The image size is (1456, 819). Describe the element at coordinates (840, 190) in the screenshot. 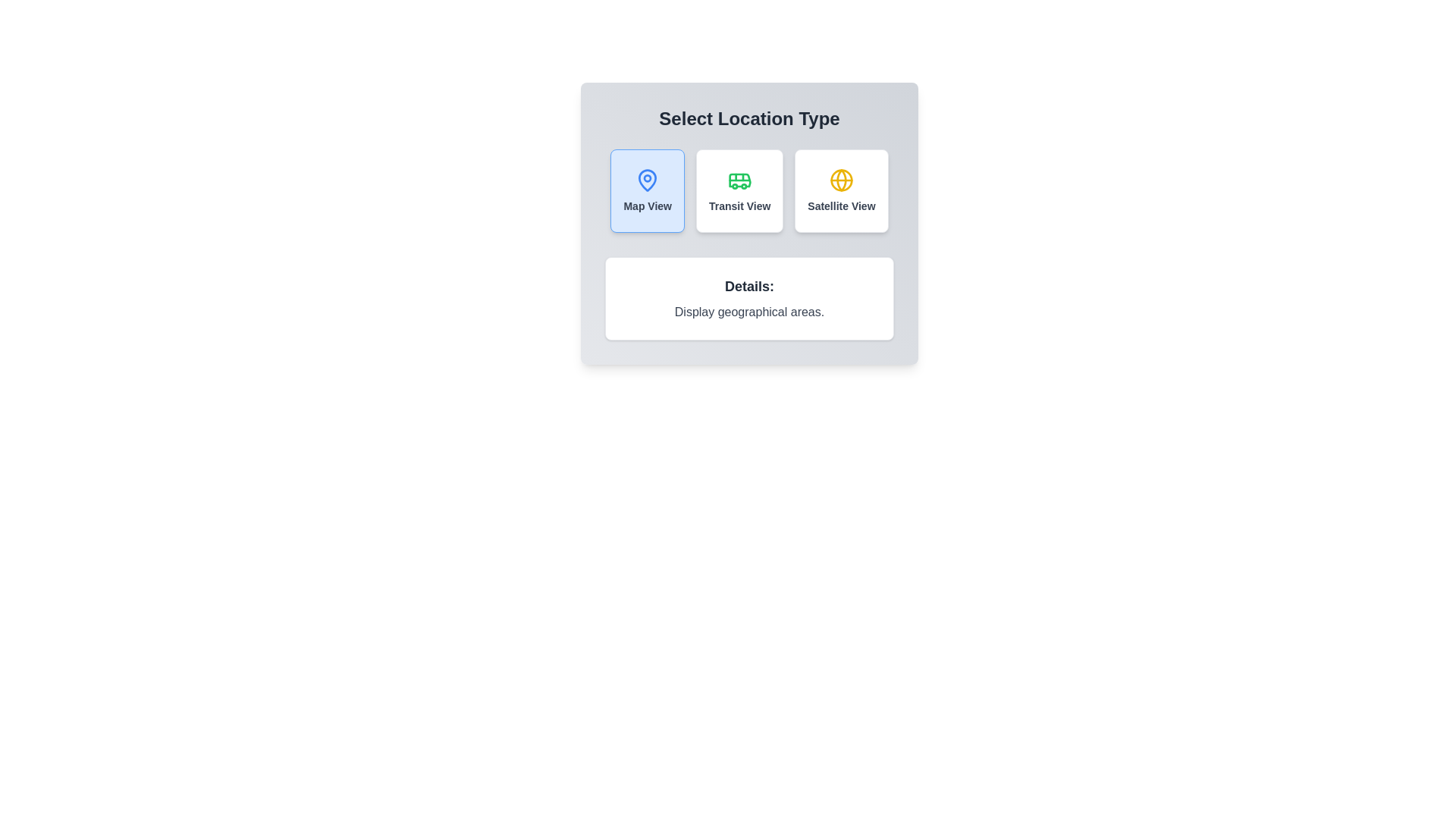

I see `the rectangular button labeled 'Satellite View' with a yellow globe icon` at that location.